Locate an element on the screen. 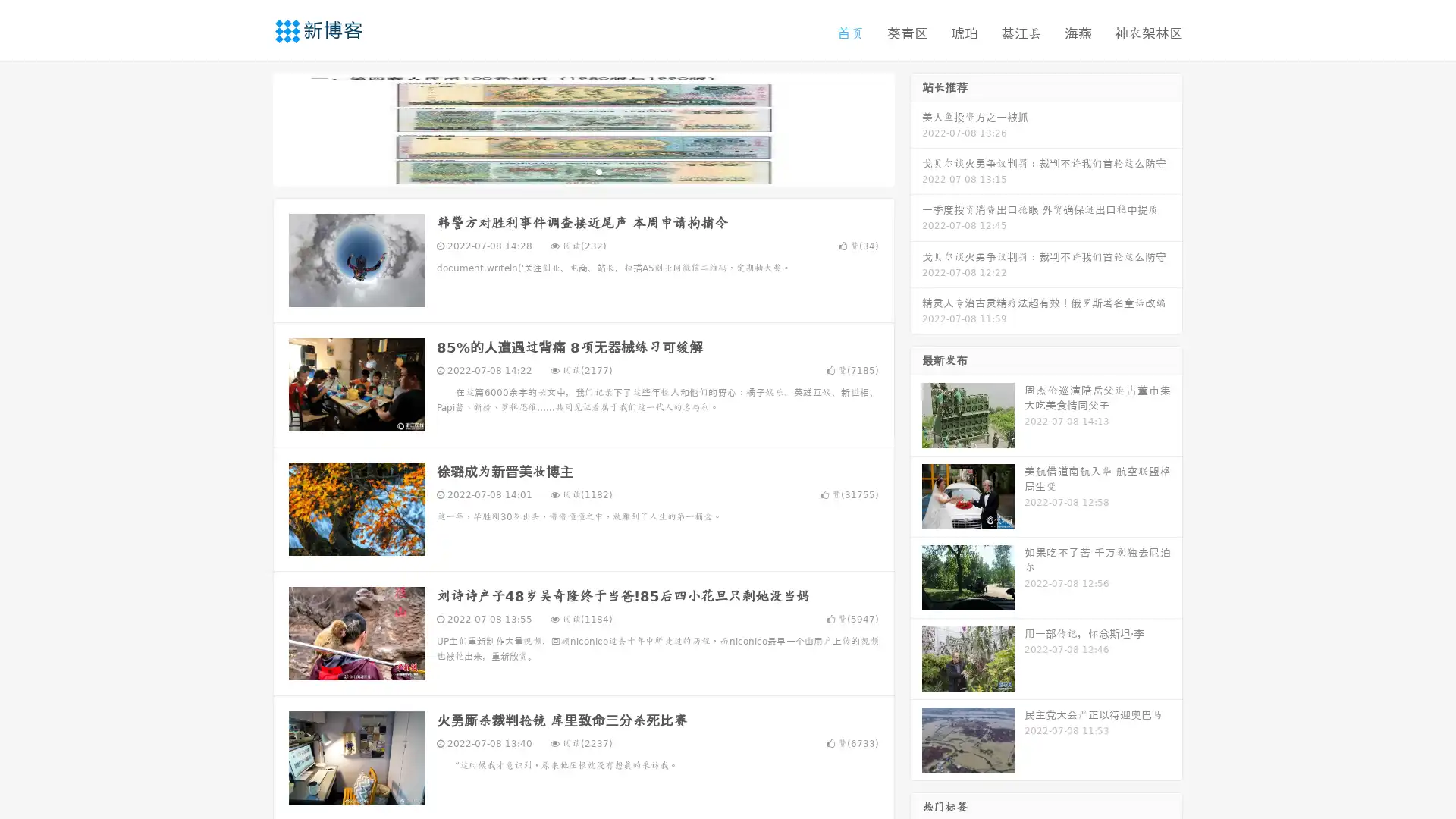  Go to slide 1 is located at coordinates (567, 171).